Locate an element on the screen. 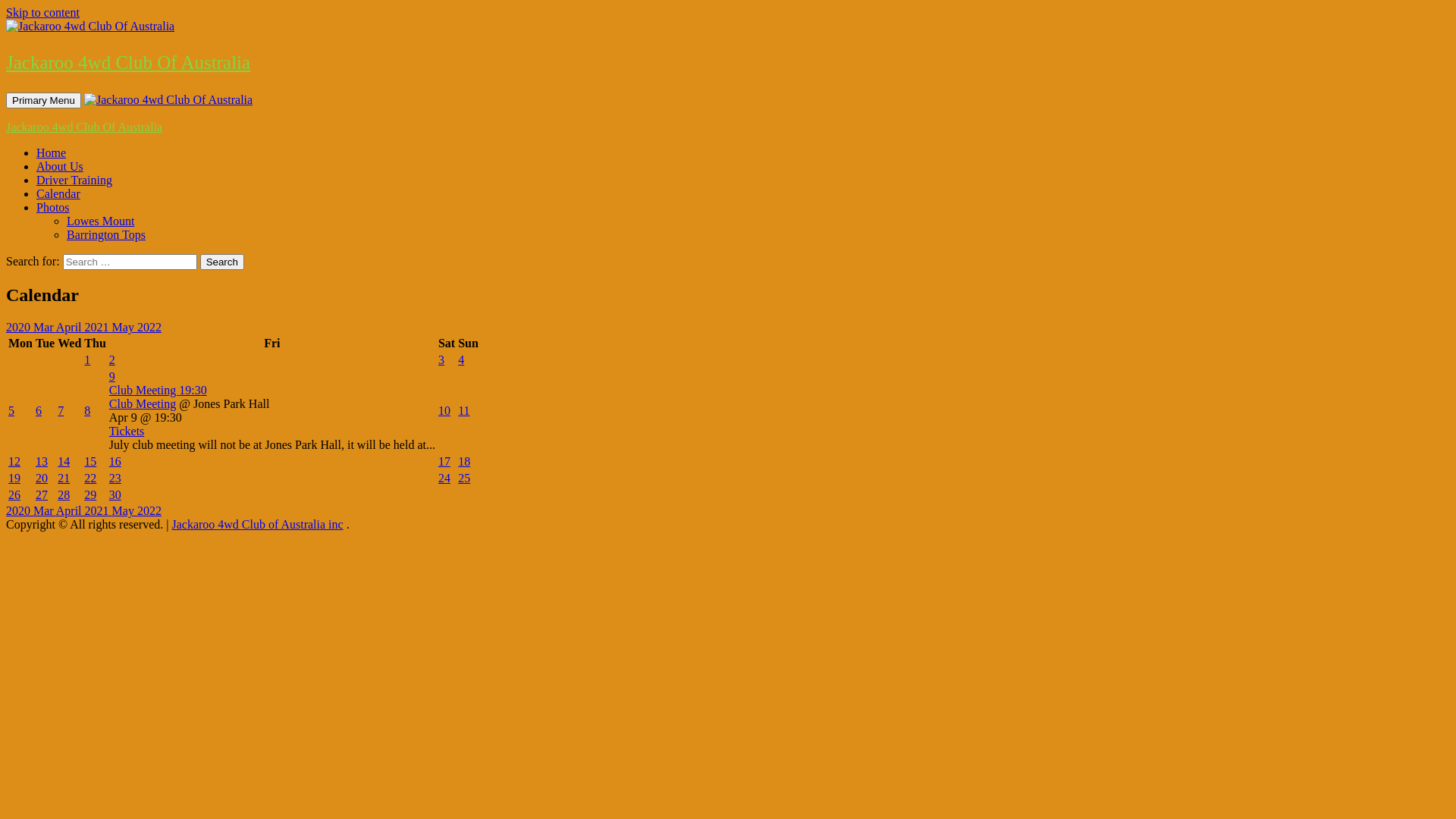 This screenshot has width=1456, height=819. 'Lowes Mount' is located at coordinates (65, 221).